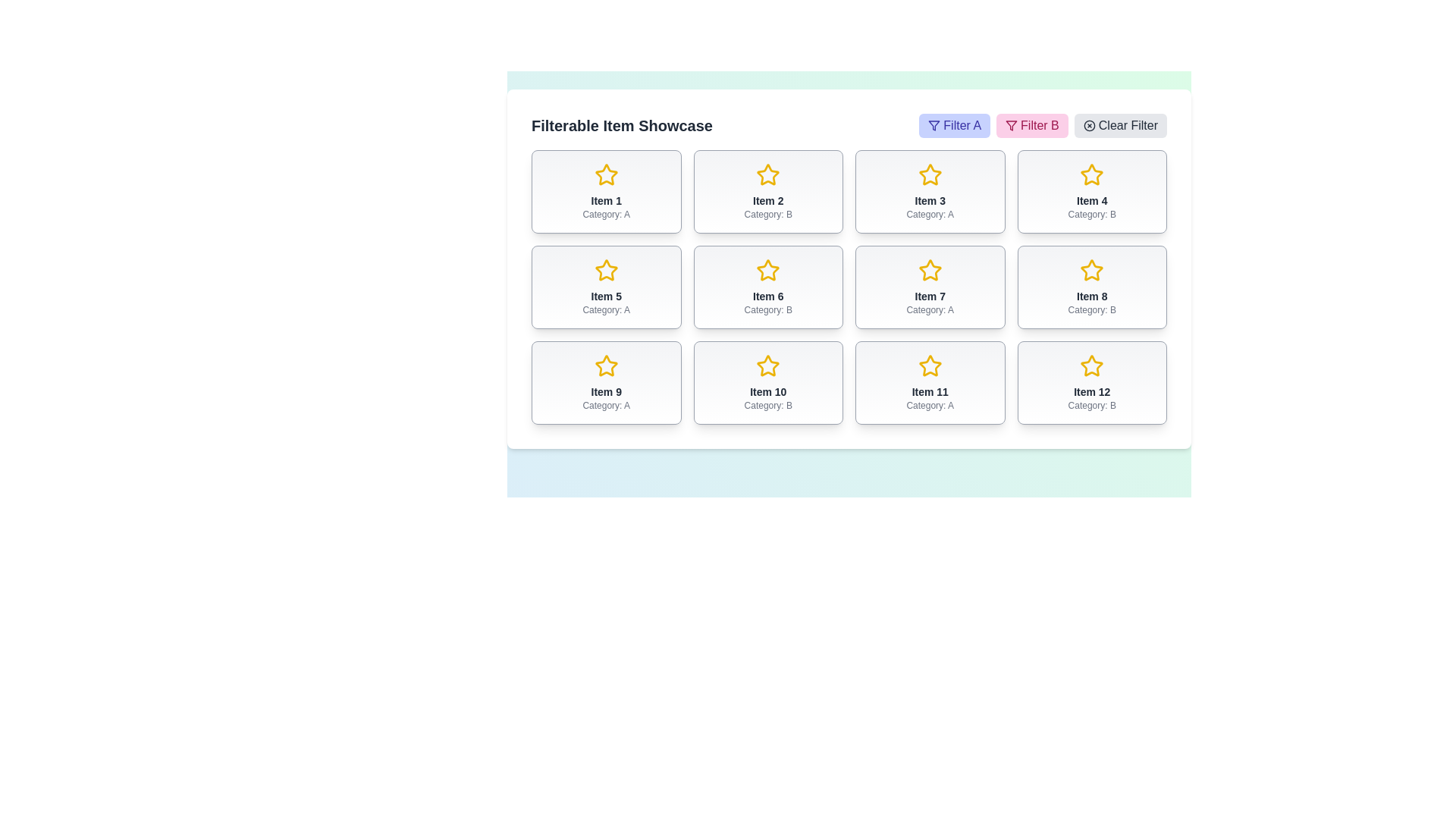  I want to click on attributes of the Card component featuring a light gray border, gradient background, yellow star icon, bold text 'Item 2', and smaller italicized text 'Category: B' located in the first row, second column of the grid layout, so click(768, 191).